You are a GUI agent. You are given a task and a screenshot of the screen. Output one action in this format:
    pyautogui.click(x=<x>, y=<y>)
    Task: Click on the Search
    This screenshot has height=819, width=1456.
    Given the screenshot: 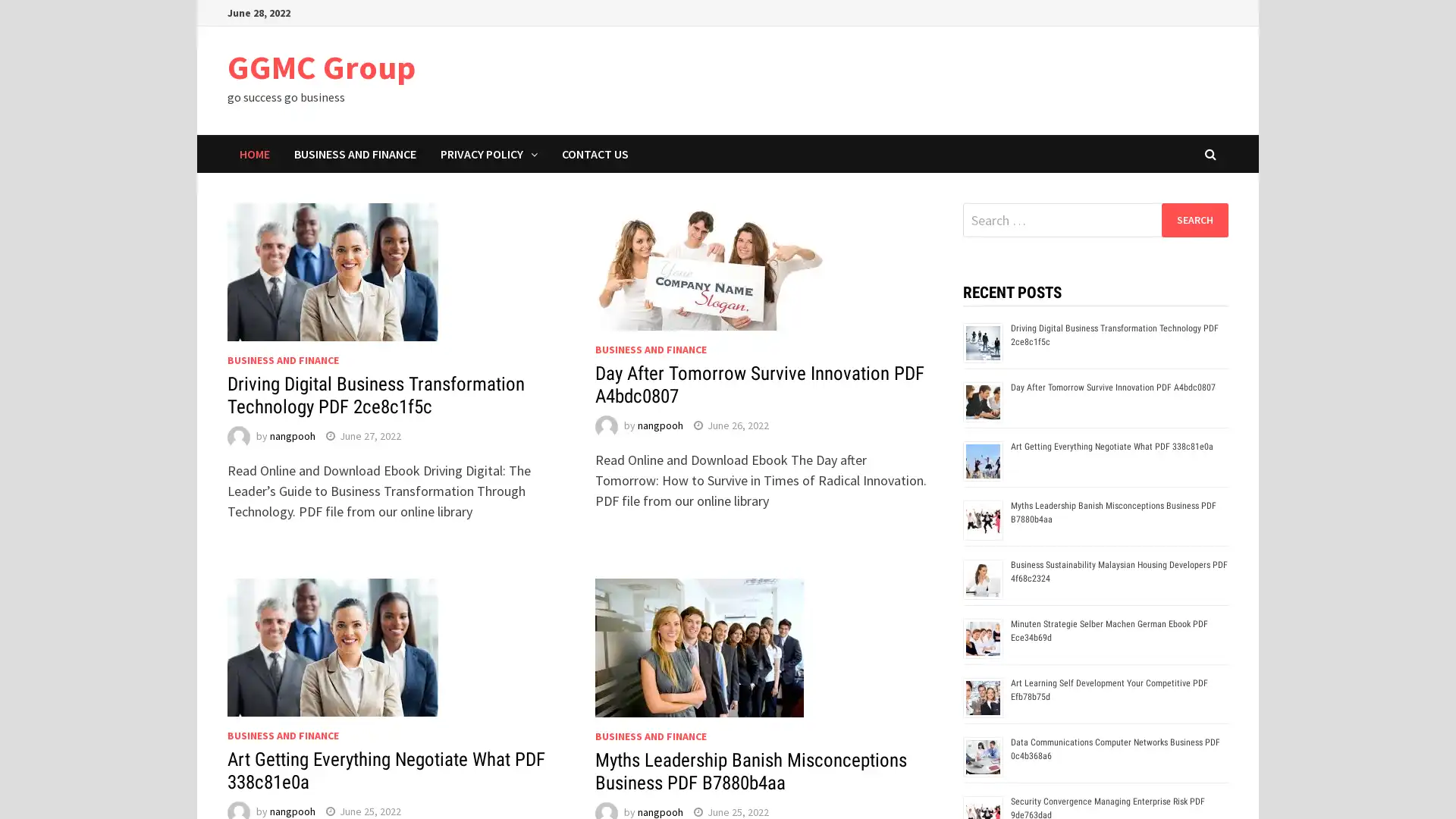 What is the action you would take?
    pyautogui.click(x=1194, y=219)
    